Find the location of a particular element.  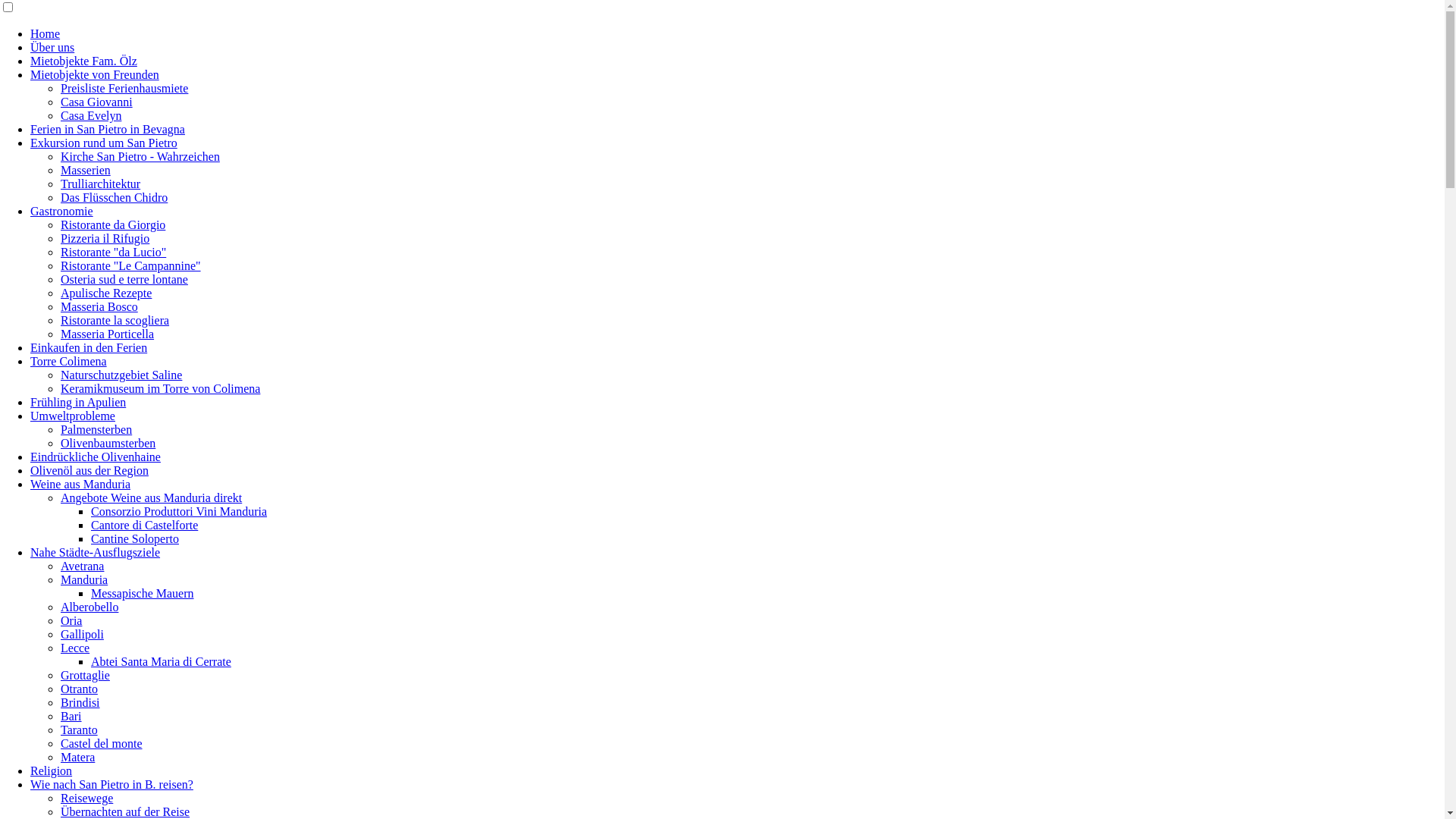

'Palmensterben' is located at coordinates (95, 429).